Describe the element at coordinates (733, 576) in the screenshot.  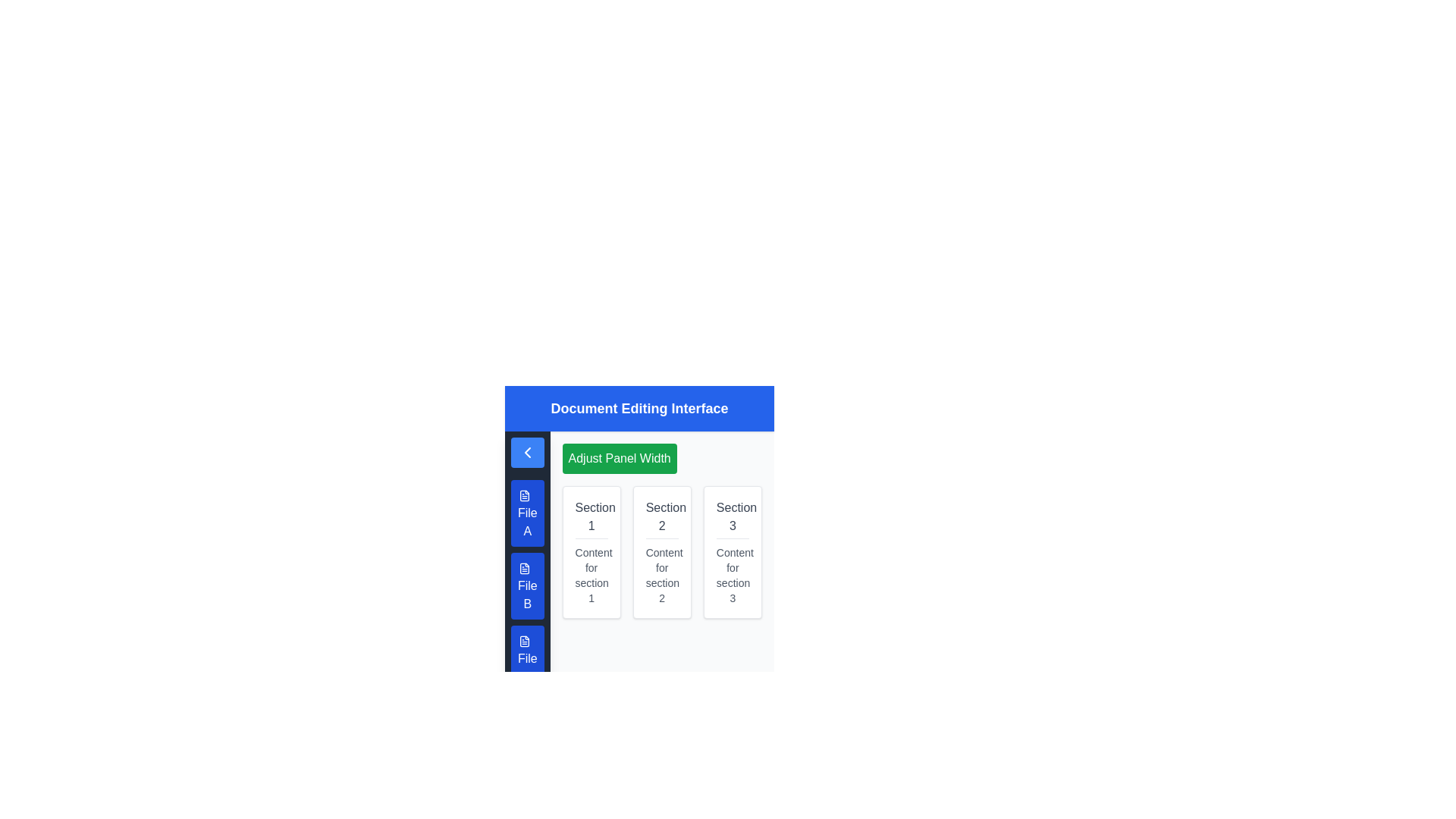
I see `the static text label displaying 'Content for section 3', which is located below the title 'Section 3' within a bordered white box` at that location.